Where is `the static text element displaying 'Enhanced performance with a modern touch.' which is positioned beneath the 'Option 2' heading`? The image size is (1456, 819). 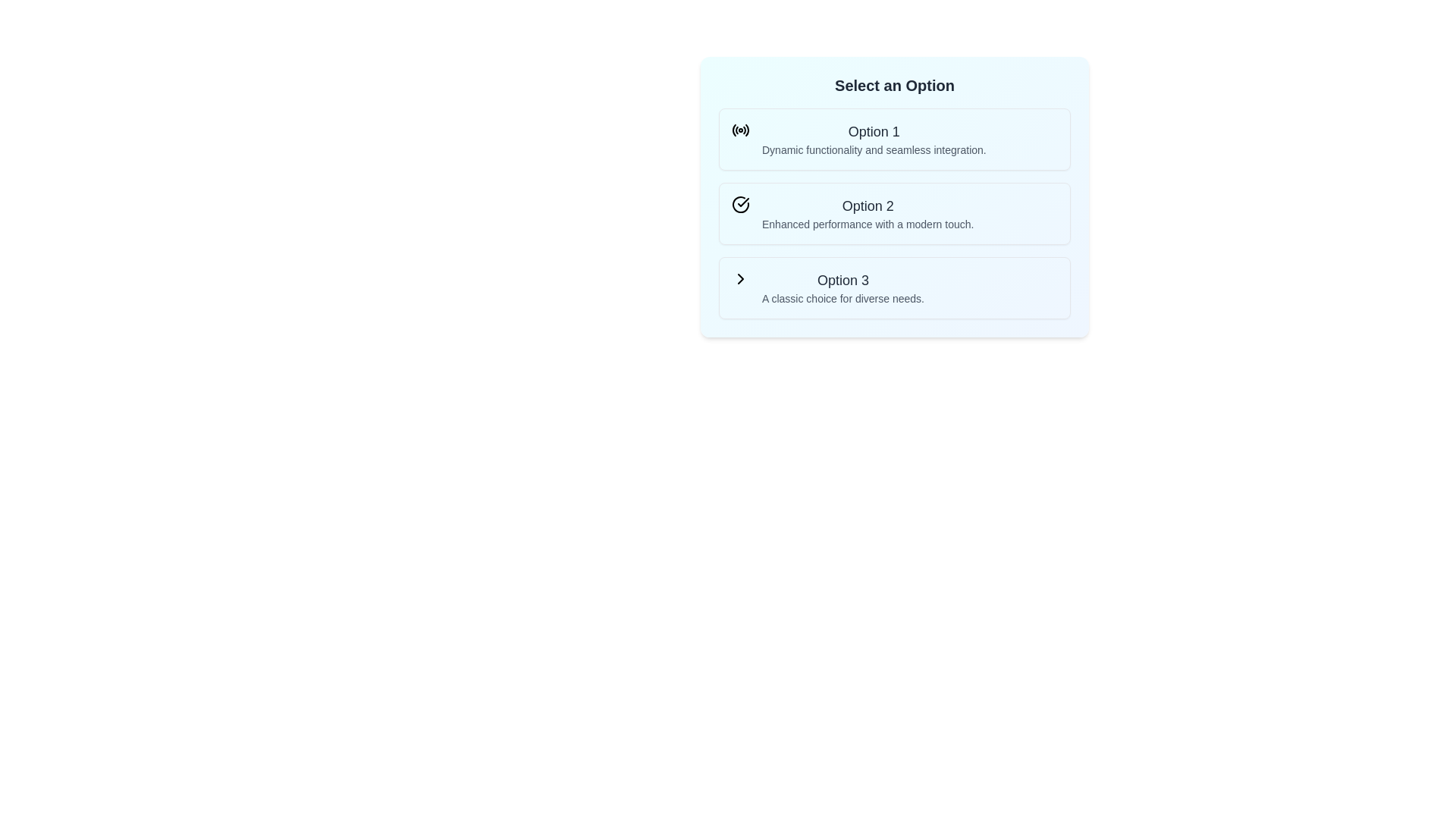
the static text element displaying 'Enhanced performance with a modern touch.' which is positioned beneath the 'Option 2' heading is located at coordinates (868, 224).